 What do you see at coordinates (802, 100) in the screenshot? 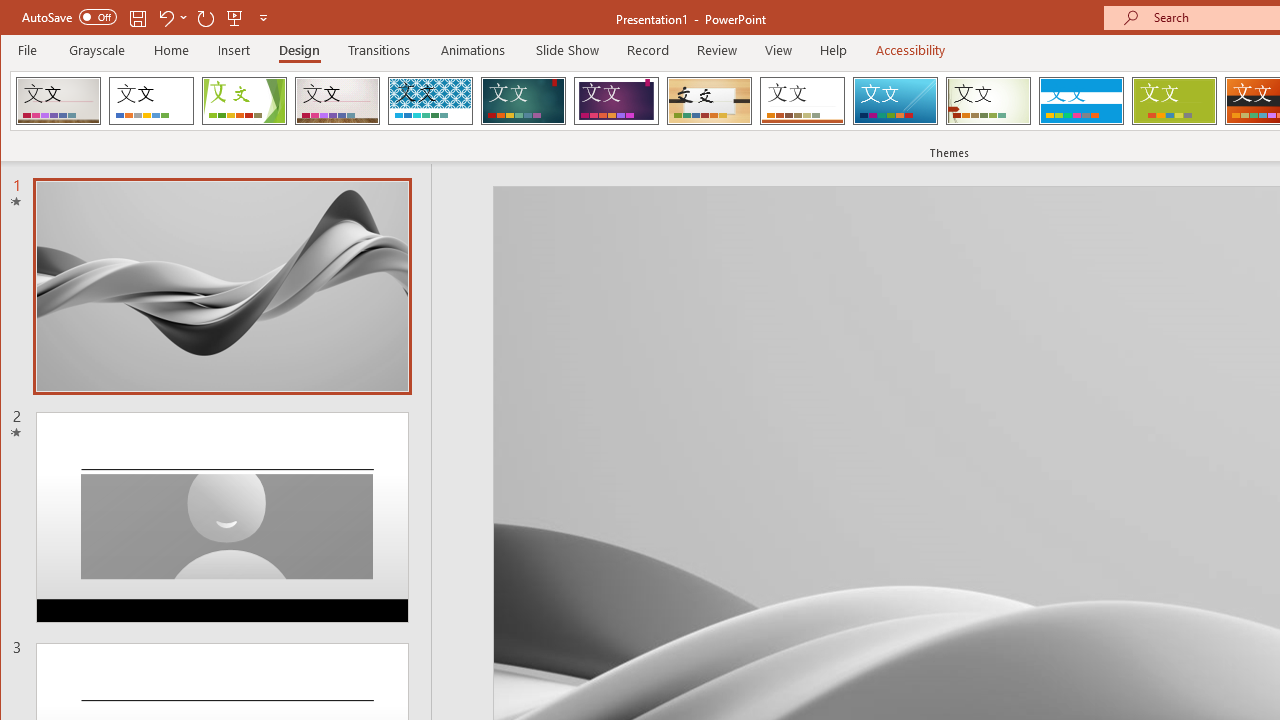
I see `'Retrospect'` at bounding box center [802, 100].